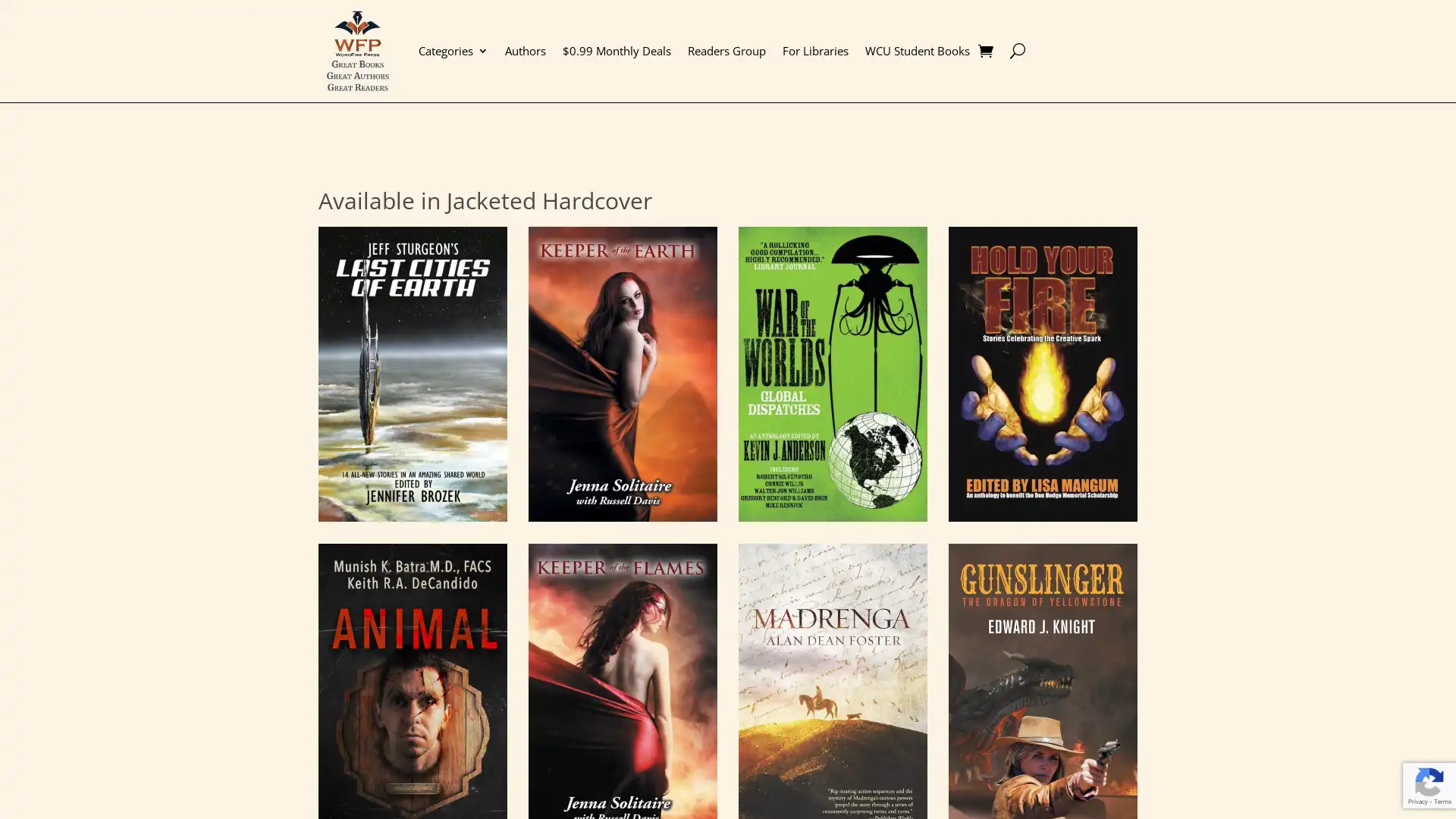 The height and width of the screenshot is (819, 1456). What do you see at coordinates (1016, 49) in the screenshot?
I see `U` at bounding box center [1016, 49].